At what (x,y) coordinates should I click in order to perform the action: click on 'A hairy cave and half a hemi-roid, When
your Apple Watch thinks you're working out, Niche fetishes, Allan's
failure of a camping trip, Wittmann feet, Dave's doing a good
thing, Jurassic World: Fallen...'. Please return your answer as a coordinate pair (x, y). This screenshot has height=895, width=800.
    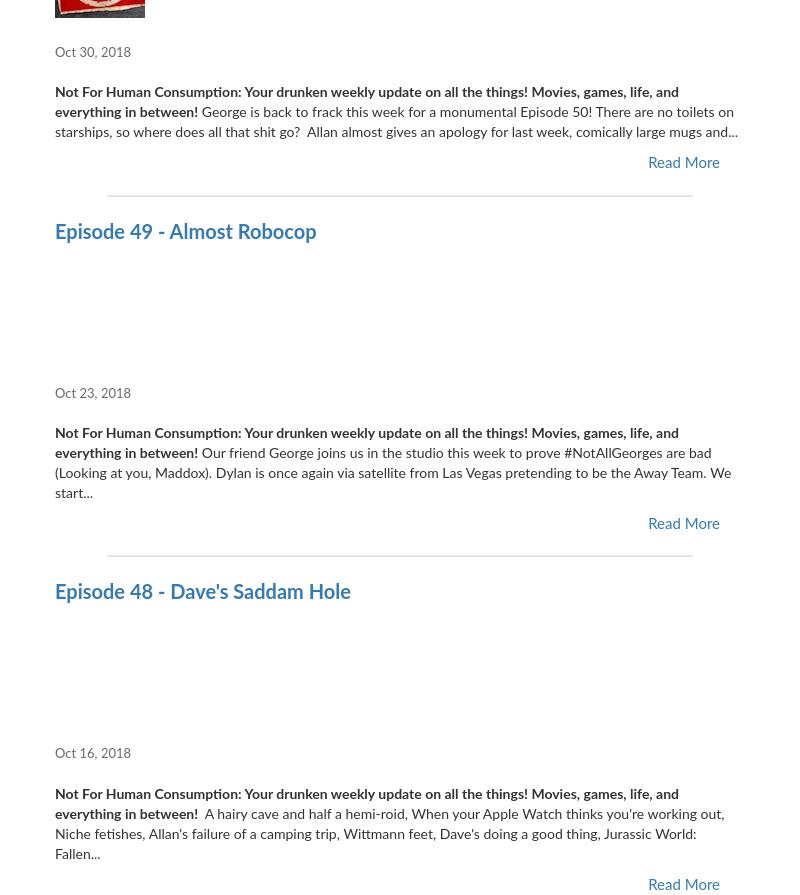
    Looking at the image, I should click on (388, 832).